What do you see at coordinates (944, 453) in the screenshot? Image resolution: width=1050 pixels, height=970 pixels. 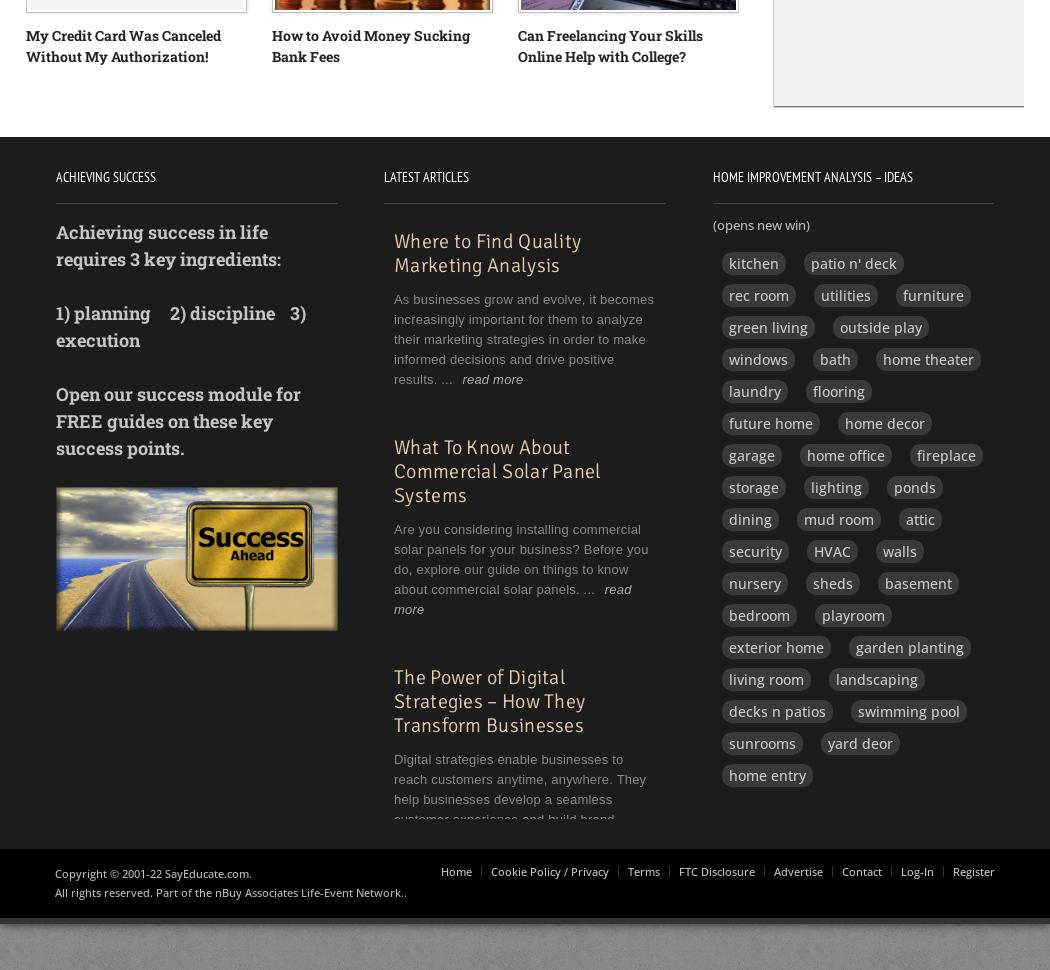 I see `'fireplace'` at bounding box center [944, 453].